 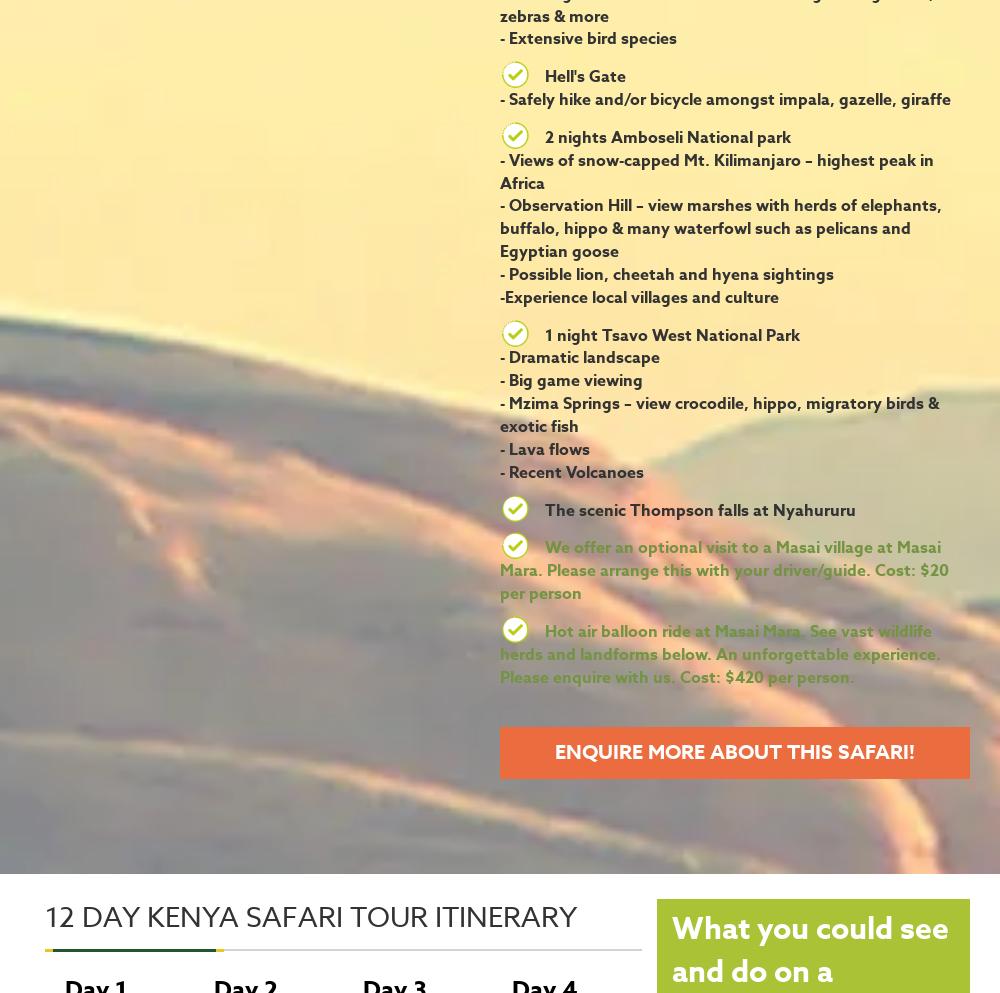 I want to click on 'Enquire more about this safari!', so click(x=734, y=751).